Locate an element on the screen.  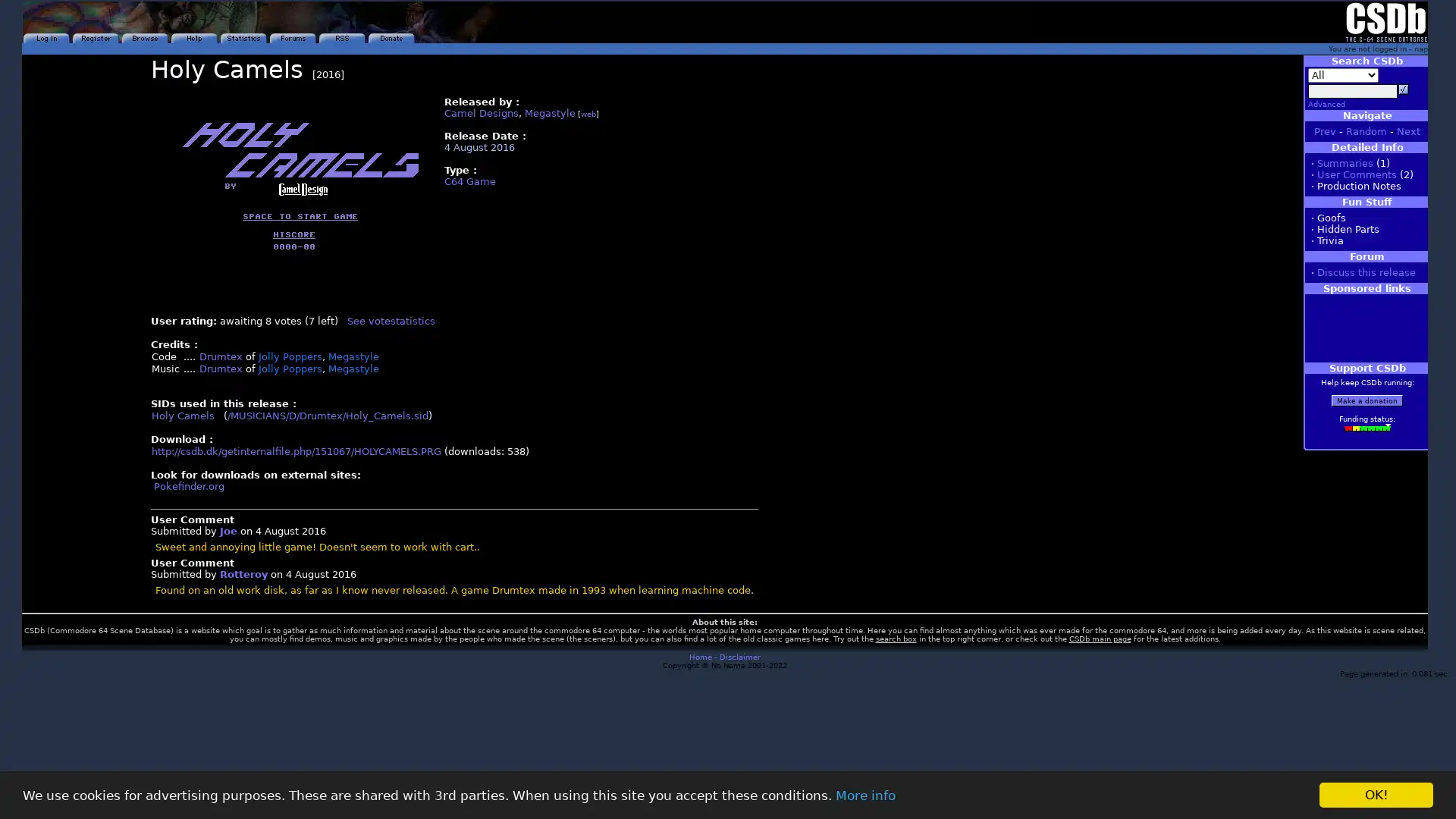
Go is located at coordinates (1403, 89).